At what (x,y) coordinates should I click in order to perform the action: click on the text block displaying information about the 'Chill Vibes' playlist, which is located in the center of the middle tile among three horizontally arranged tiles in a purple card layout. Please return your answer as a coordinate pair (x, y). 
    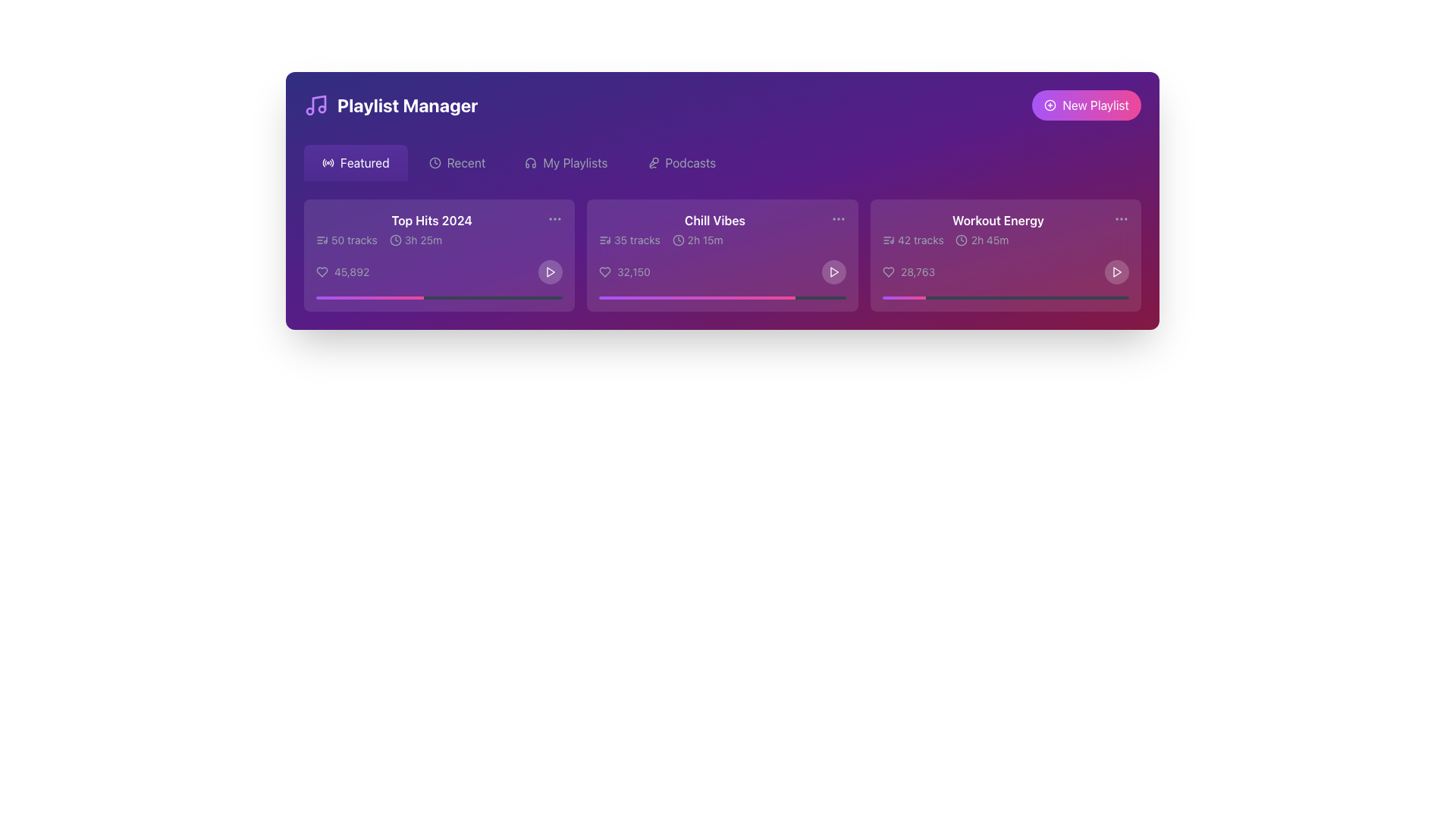
    Looking at the image, I should click on (714, 230).